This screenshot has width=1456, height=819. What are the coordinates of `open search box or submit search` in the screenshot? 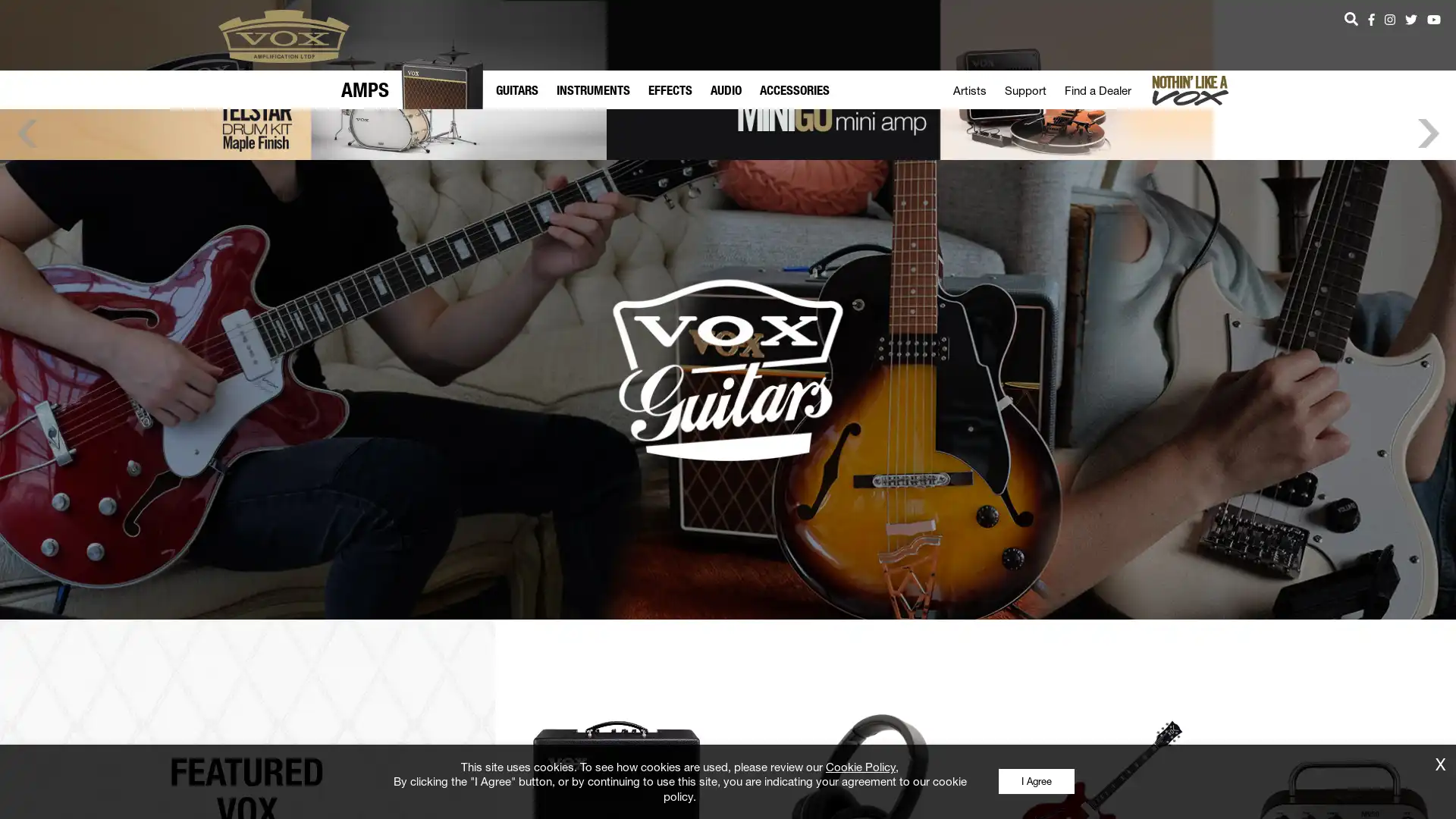 It's located at (1351, 19).